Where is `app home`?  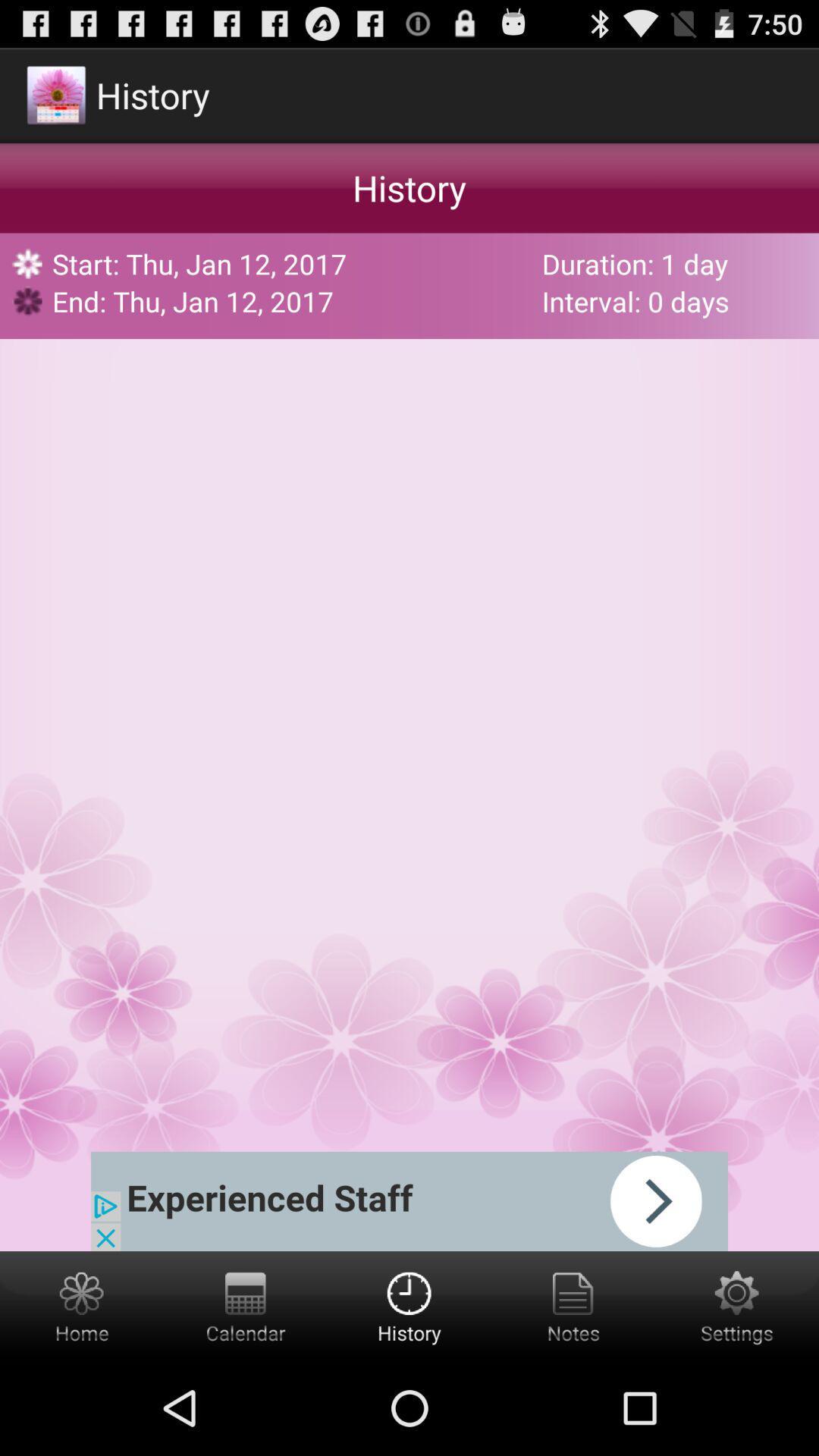
app home is located at coordinates (82, 1305).